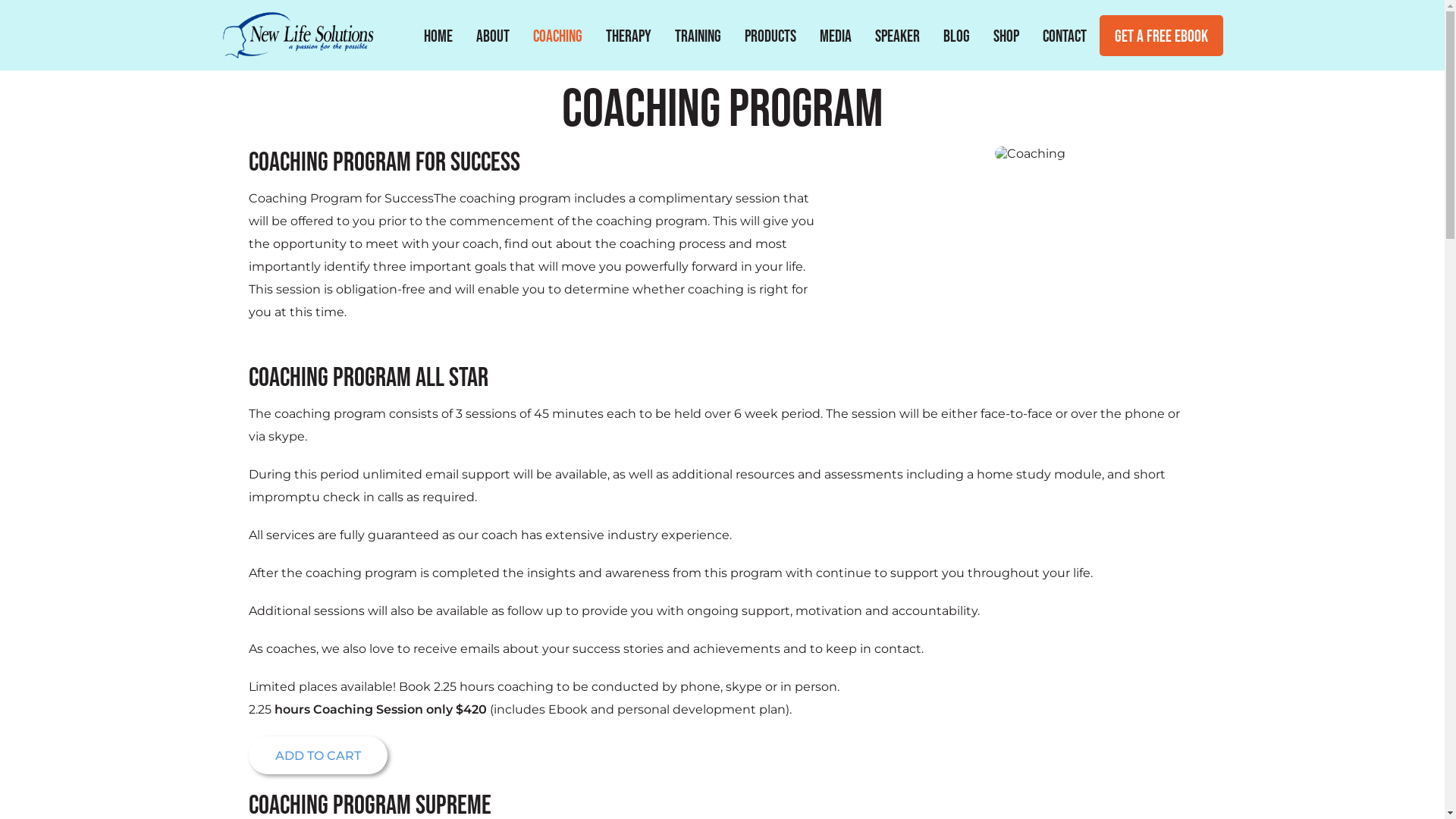 The image size is (1456, 819). I want to click on 'TRAINING', so click(696, 34).